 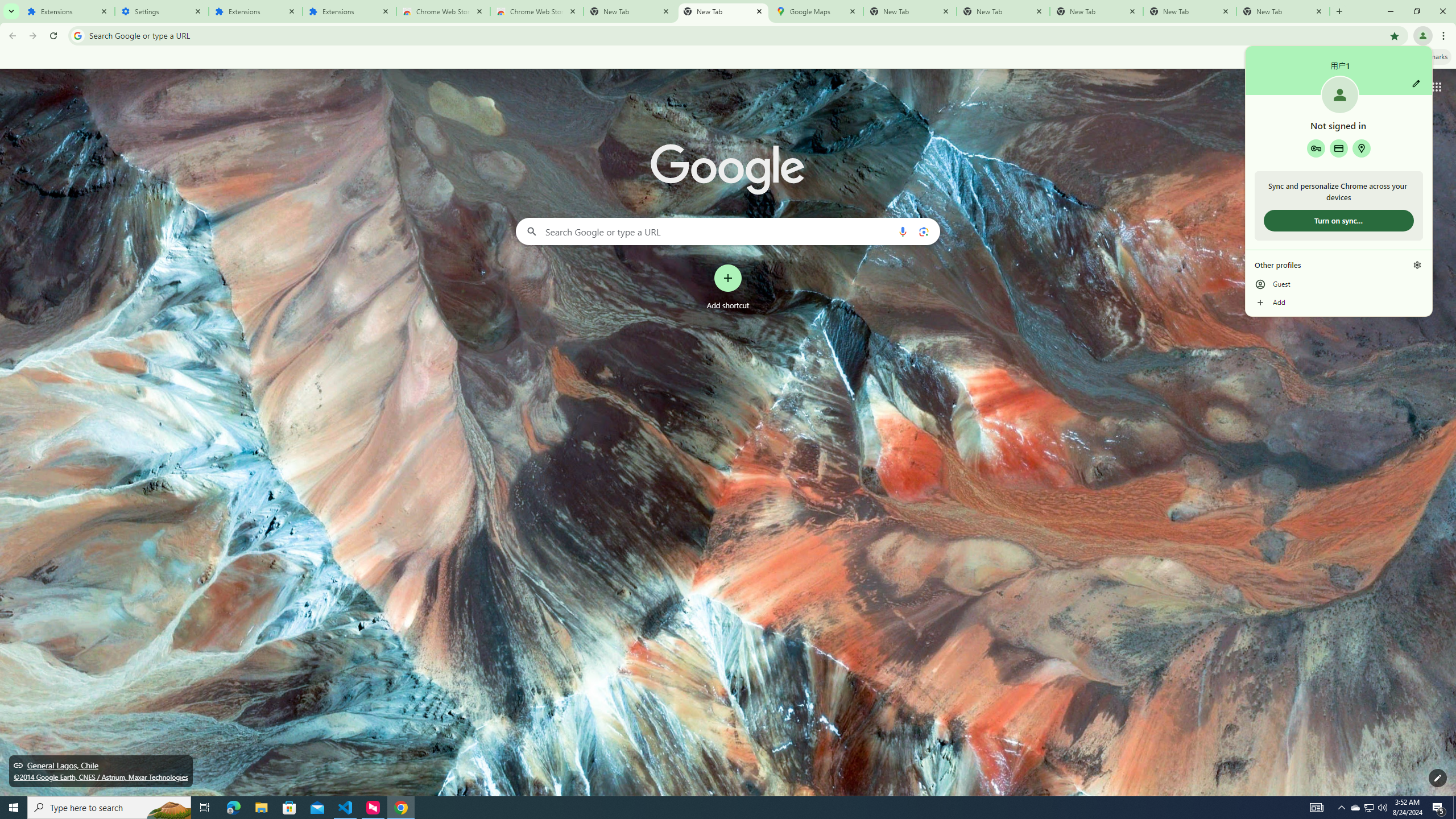 What do you see at coordinates (77, 35) in the screenshot?
I see `'Search icon'` at bounding box center [77, 35].